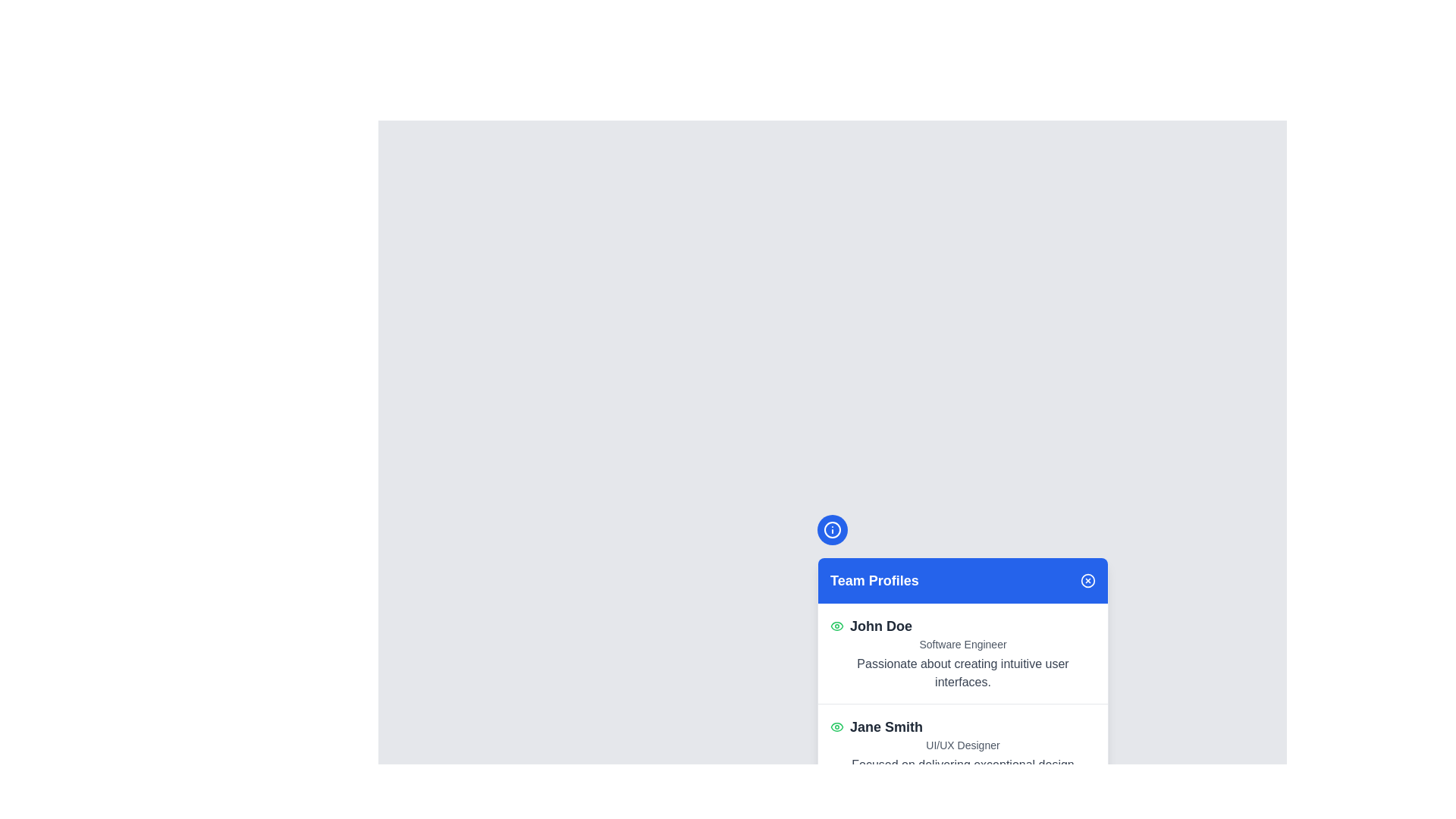 This screenshot has height=819, width=1456. What do you see at coordinates (836, 626) in the screenshot?
I see `the green eye-shaped icon located to the left of the name 'John Doe' in the team profile section` at bounding box center [836, 626].